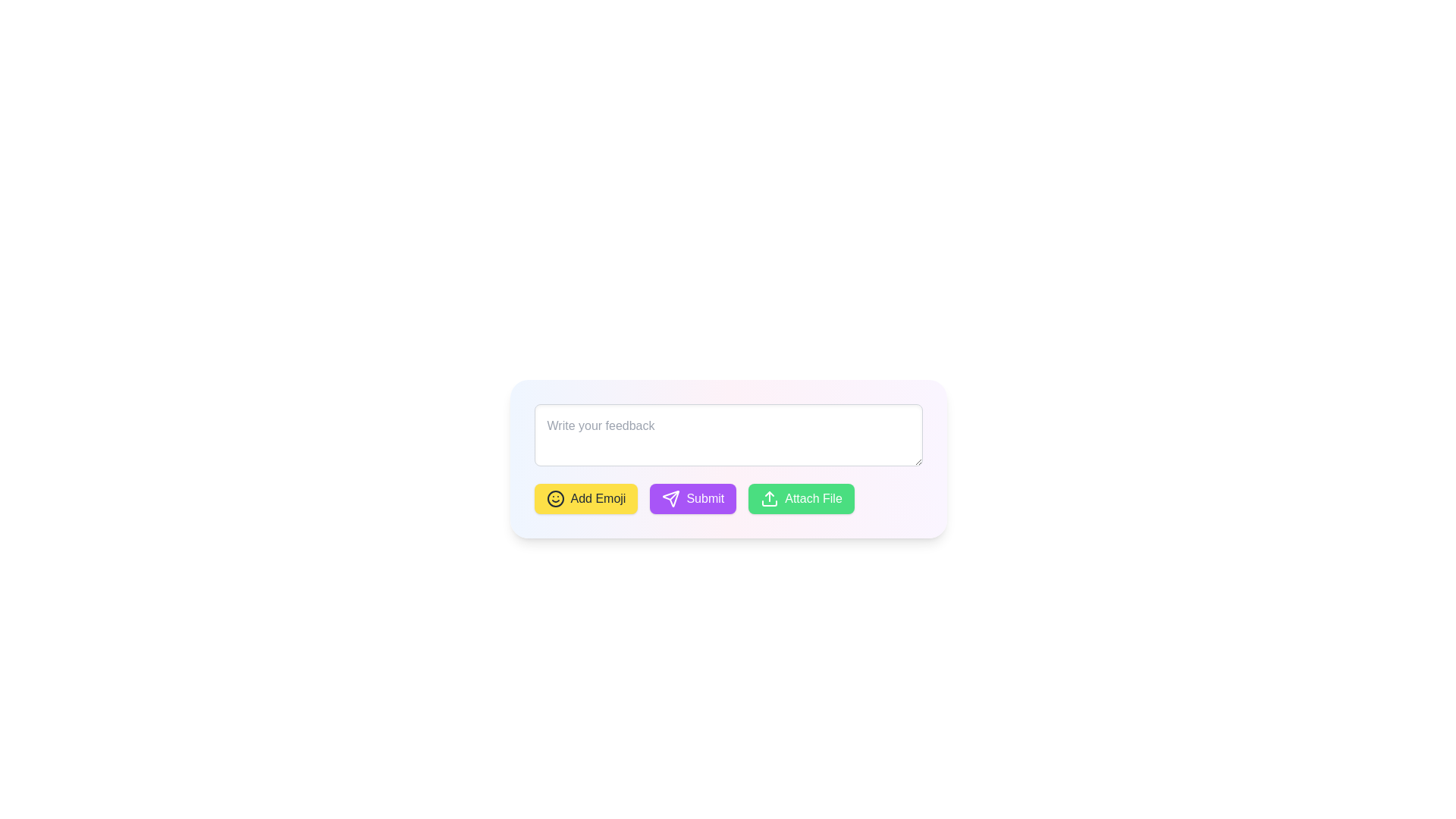 This screenshot has height=819, width=1456. I want to click on the 'Add Emoji' button, which is a yellow button containing an icon that indicates the feature for adding emojis, located at the leftmost position of a row of buttons under the text input area, so click(554, 499).